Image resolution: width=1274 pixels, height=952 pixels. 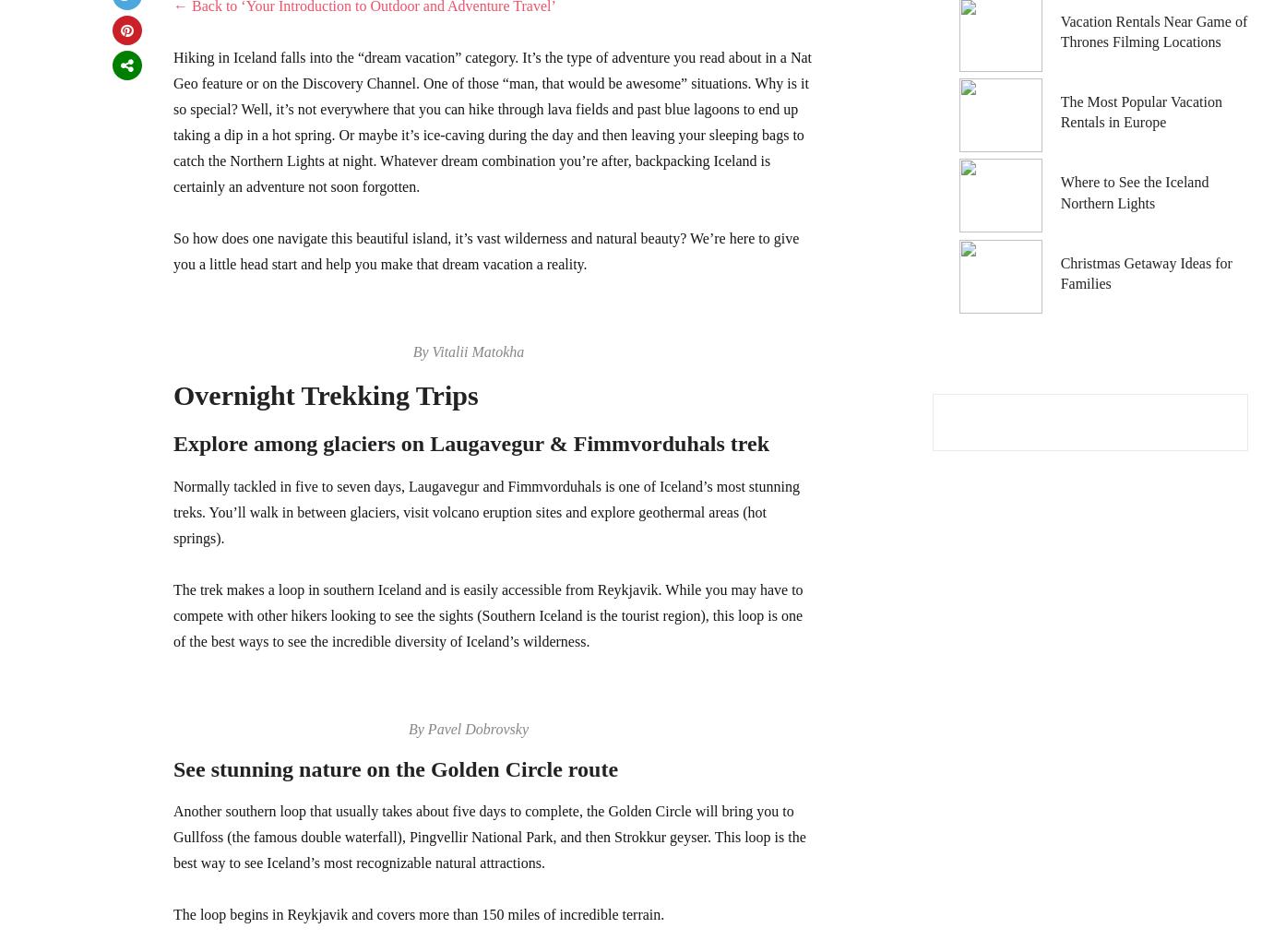 What do you see at coordinates (324, 394) in the screenshot?
I see `'Overnight Trekking Trips'` at bounding box center [324, 394].